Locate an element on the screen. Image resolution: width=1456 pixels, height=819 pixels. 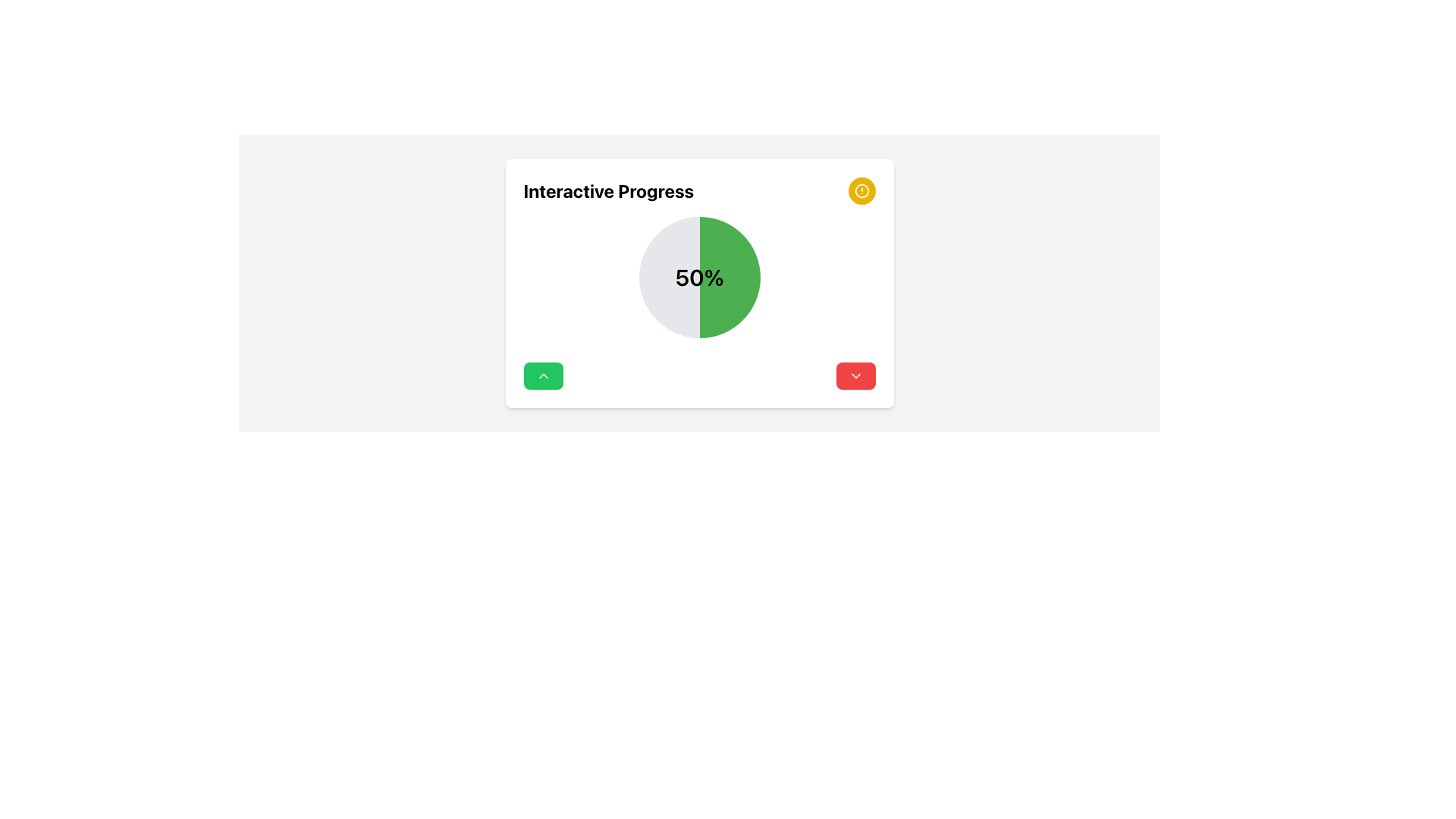
the button in the top-right corner of the 'Interactive Progress' card is located at coordinates (861, 190).